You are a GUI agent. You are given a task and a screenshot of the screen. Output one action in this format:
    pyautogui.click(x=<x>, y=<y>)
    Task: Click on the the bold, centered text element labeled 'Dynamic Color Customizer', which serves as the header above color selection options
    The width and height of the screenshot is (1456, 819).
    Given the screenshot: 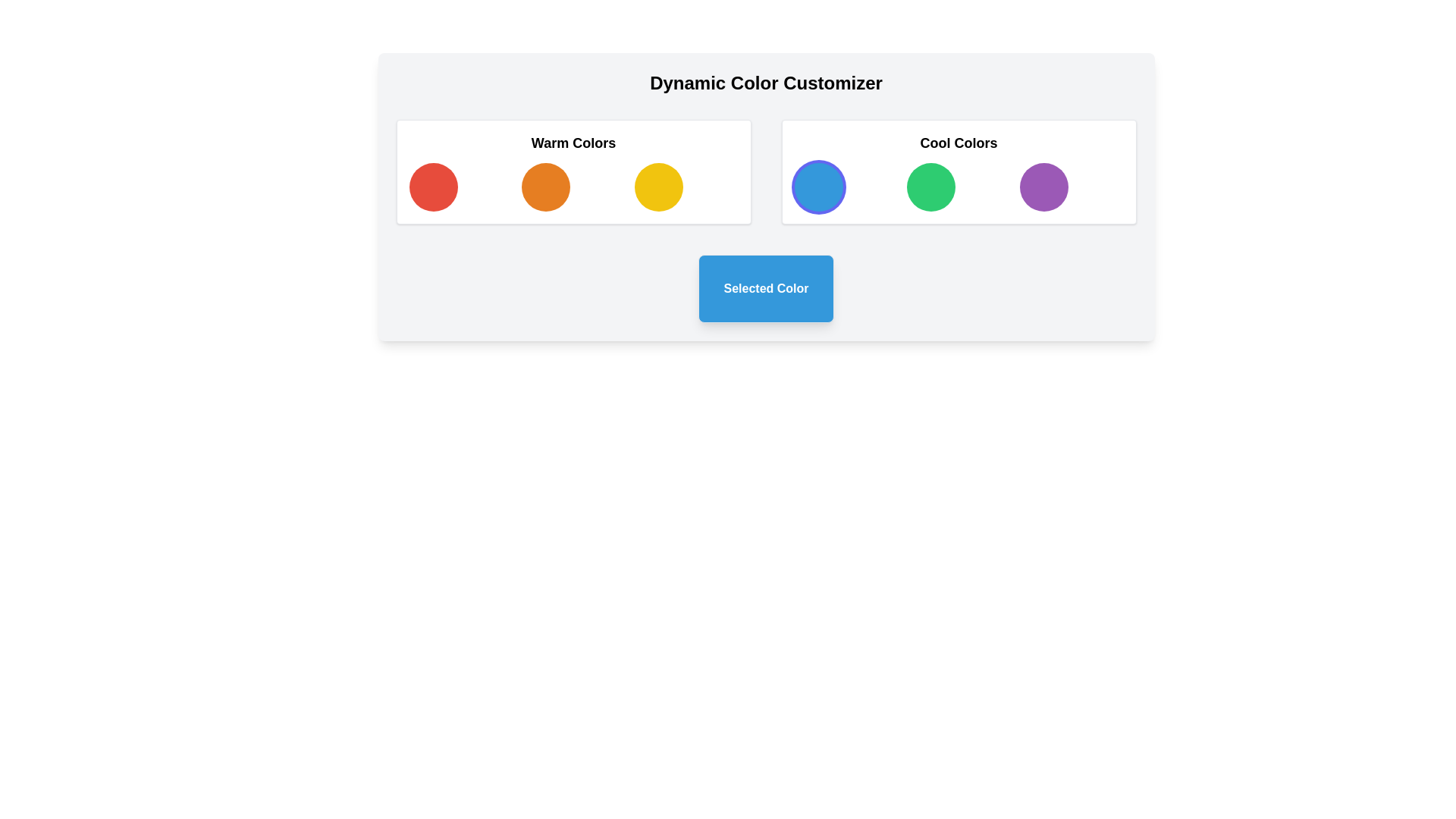 What is the action you would take?
    pyautogui.click(x=766, y=83)
    